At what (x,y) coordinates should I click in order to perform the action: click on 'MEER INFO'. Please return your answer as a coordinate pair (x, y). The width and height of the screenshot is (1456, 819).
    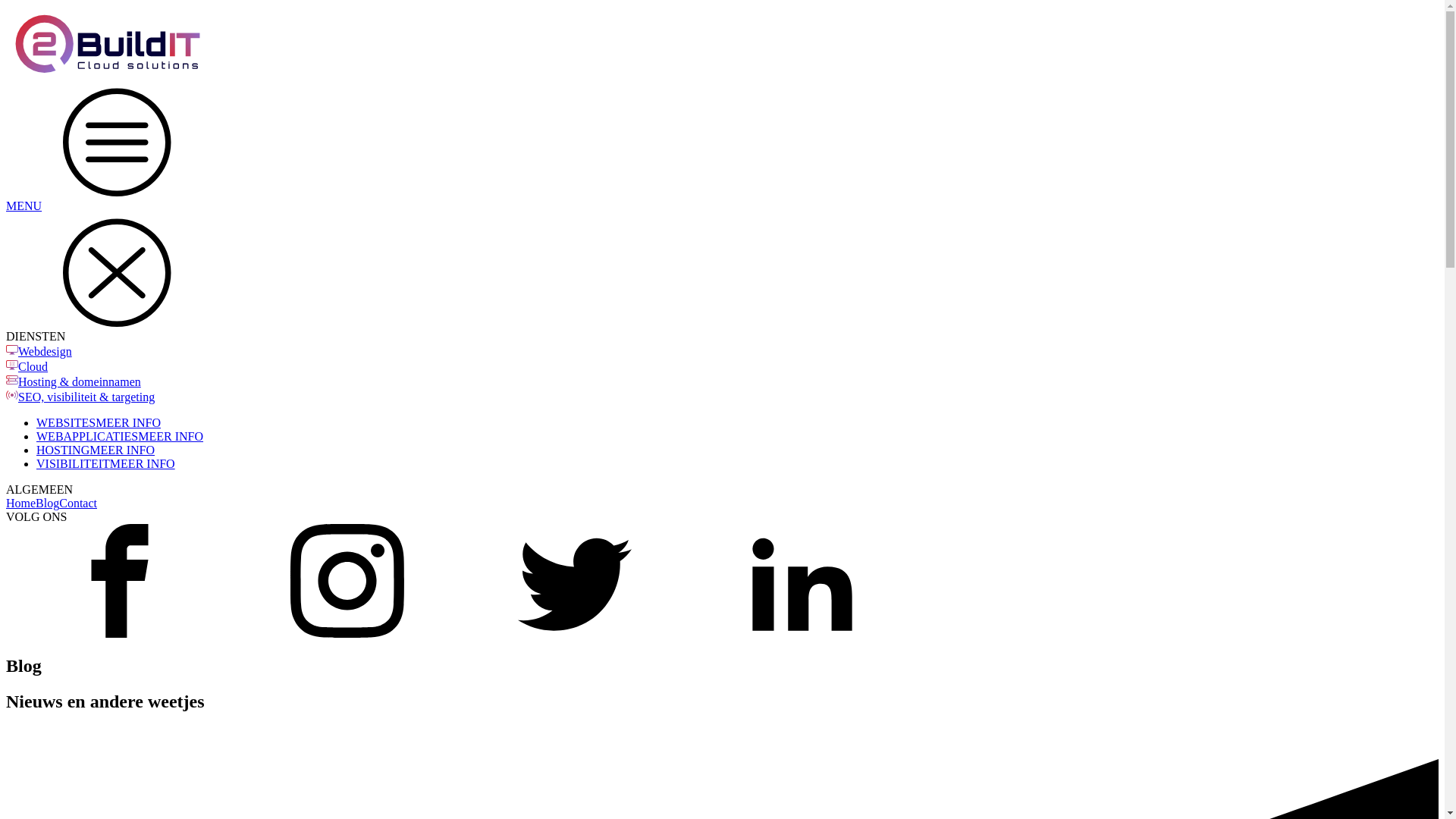
    Looking at the image, I should click on (171, 436).